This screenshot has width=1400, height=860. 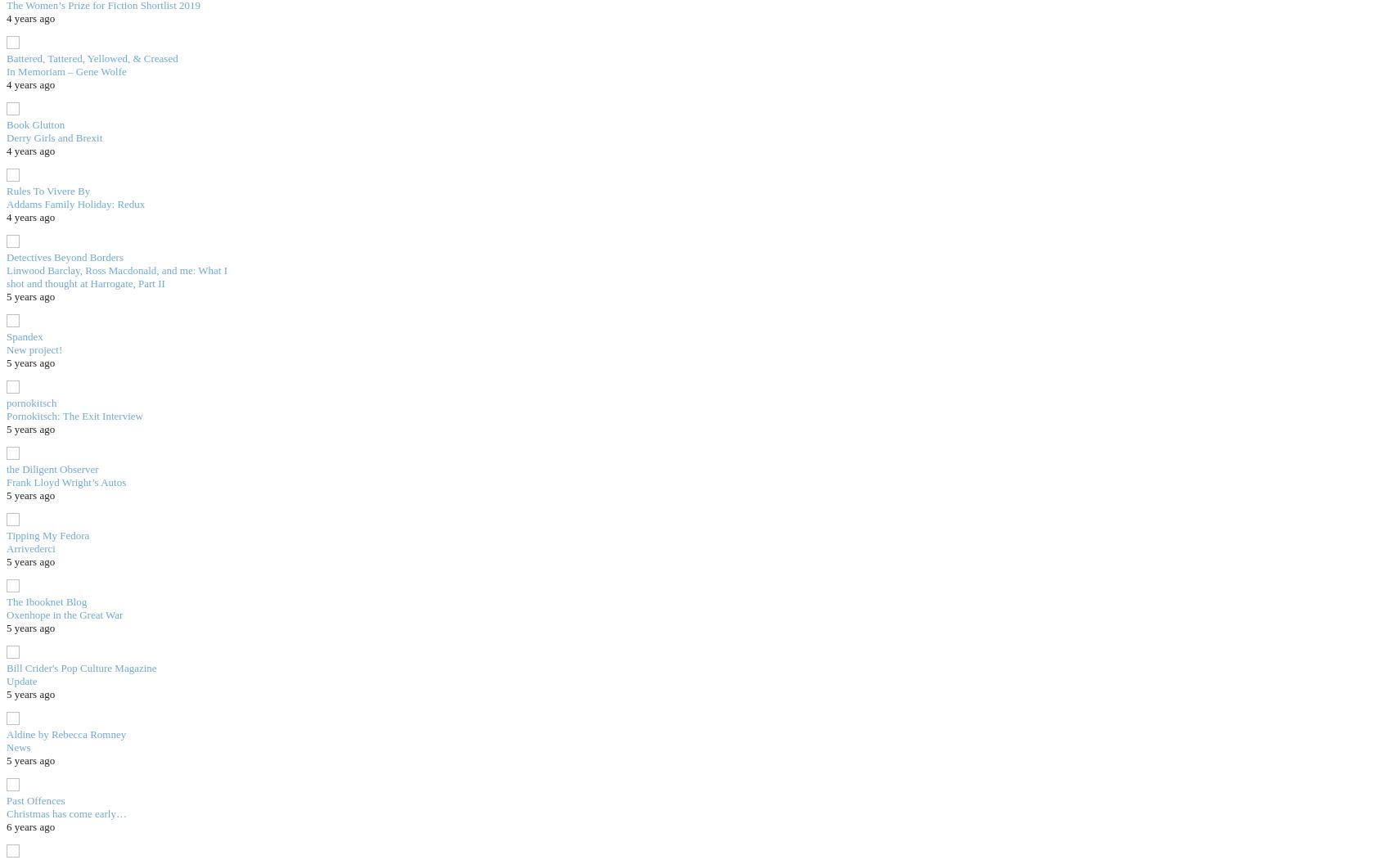 What do you see at coordinates (74, 415) in the screenshot?
I see `'Pornokitsch: The Exit Interview'` at bounding box center [74, 415].